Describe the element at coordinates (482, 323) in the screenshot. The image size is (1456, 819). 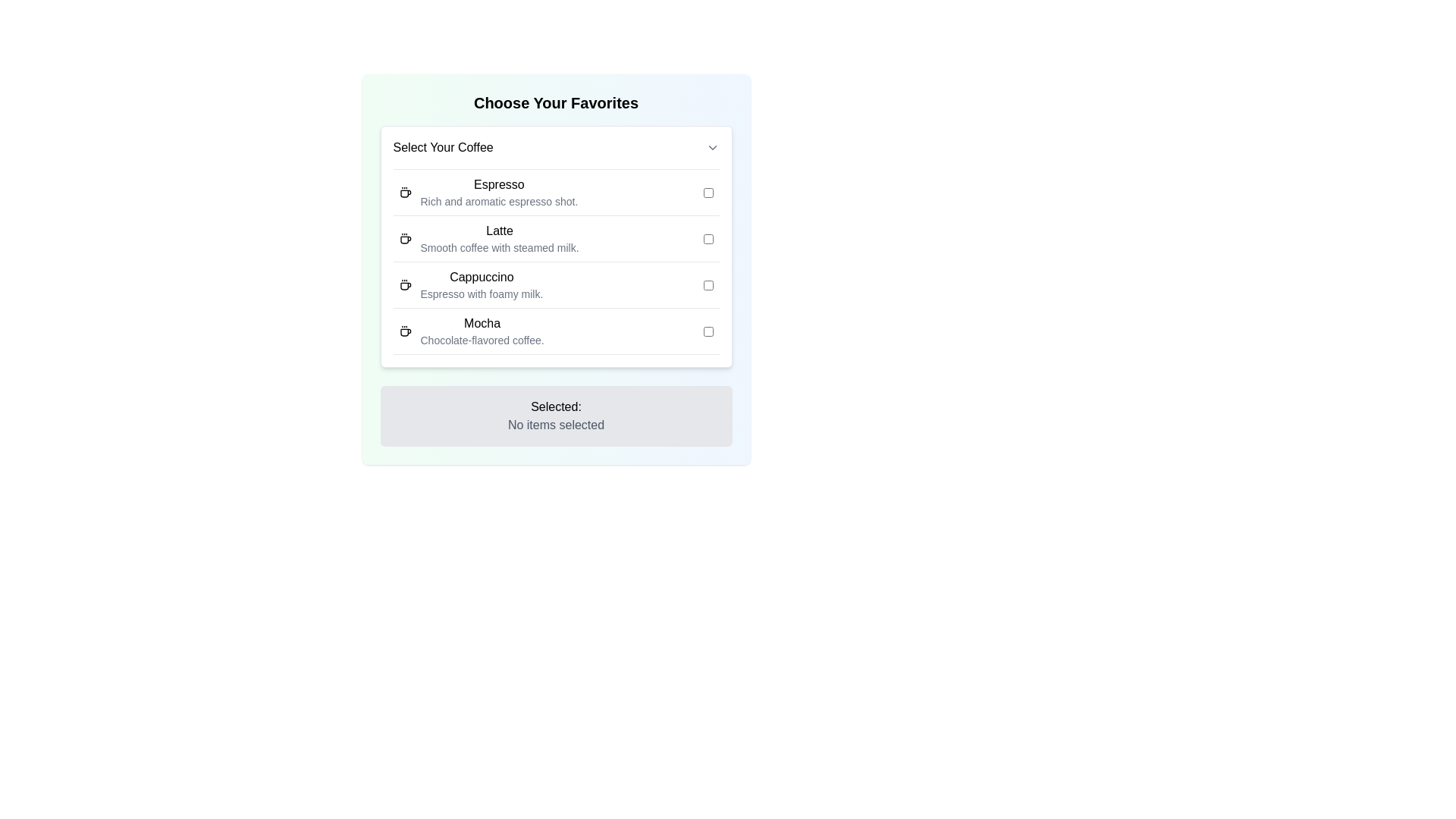
I see `the text label identifying the coffee option titled 'Mocha' in the selection menu` at that location.